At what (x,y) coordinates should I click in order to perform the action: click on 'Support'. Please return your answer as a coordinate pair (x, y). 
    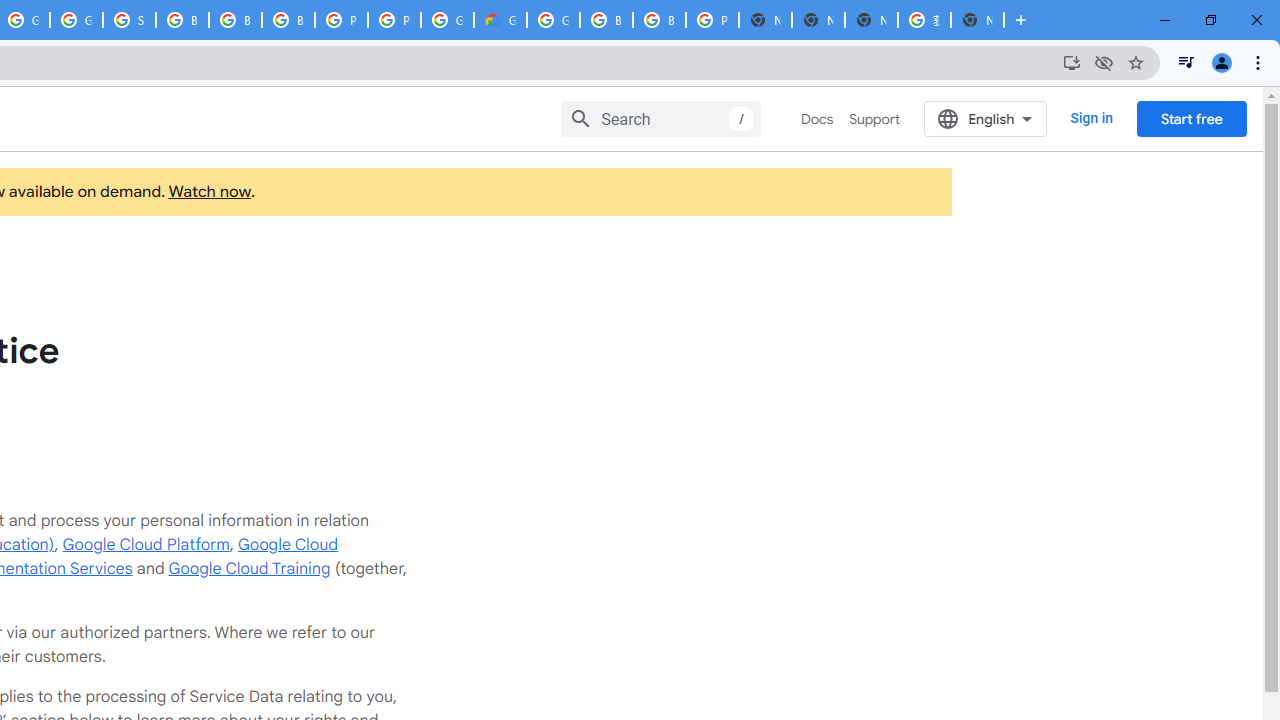
    Looking at the image, I should click on (874, 119).